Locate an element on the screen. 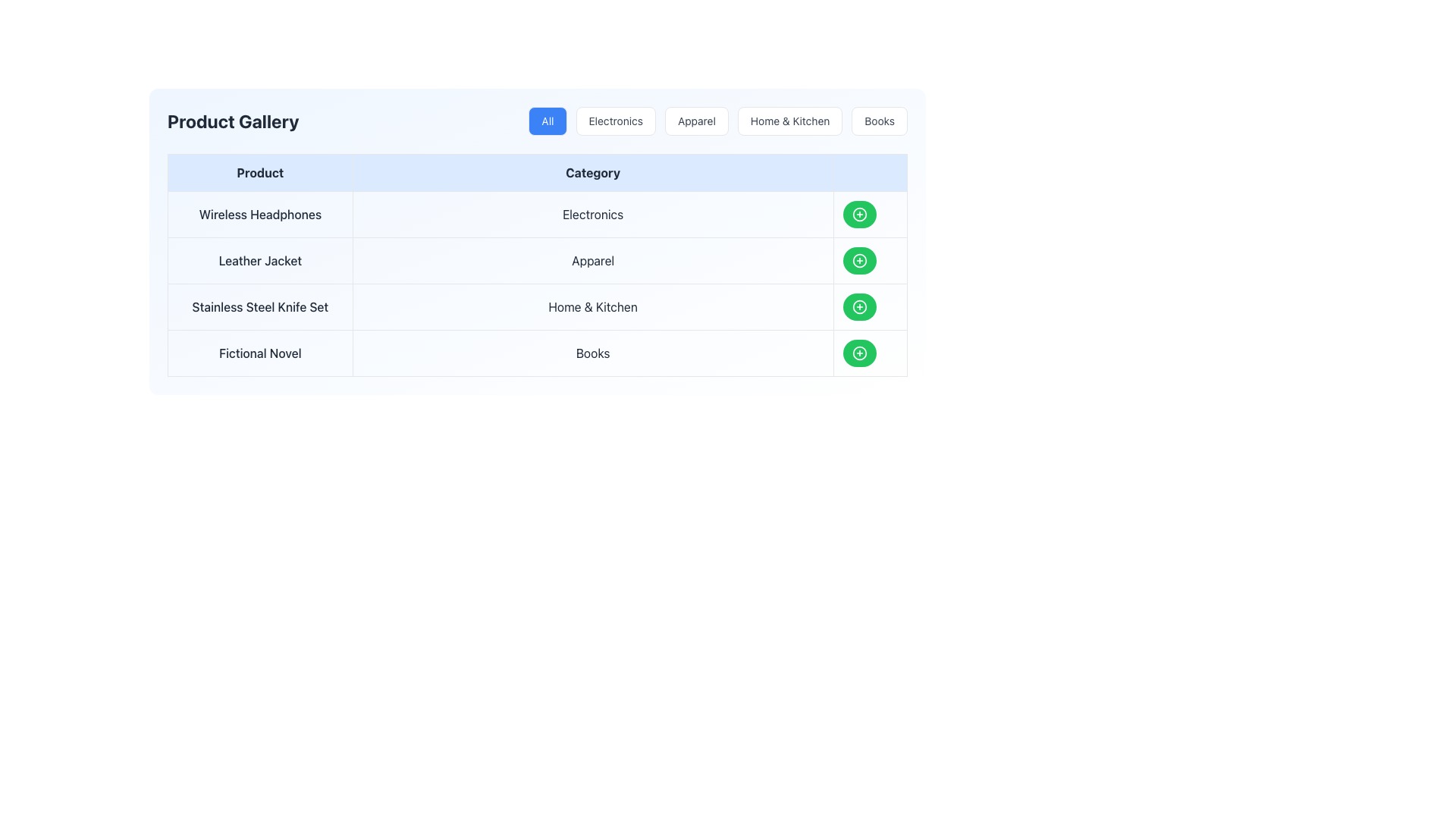 The height and width of the screenshot is (819, 1456). the text label displaying 'Fictional Novel' in dark text on a light background, which is the leftmost section of the last visible row in the table layout is located at coordinates (260, 353).